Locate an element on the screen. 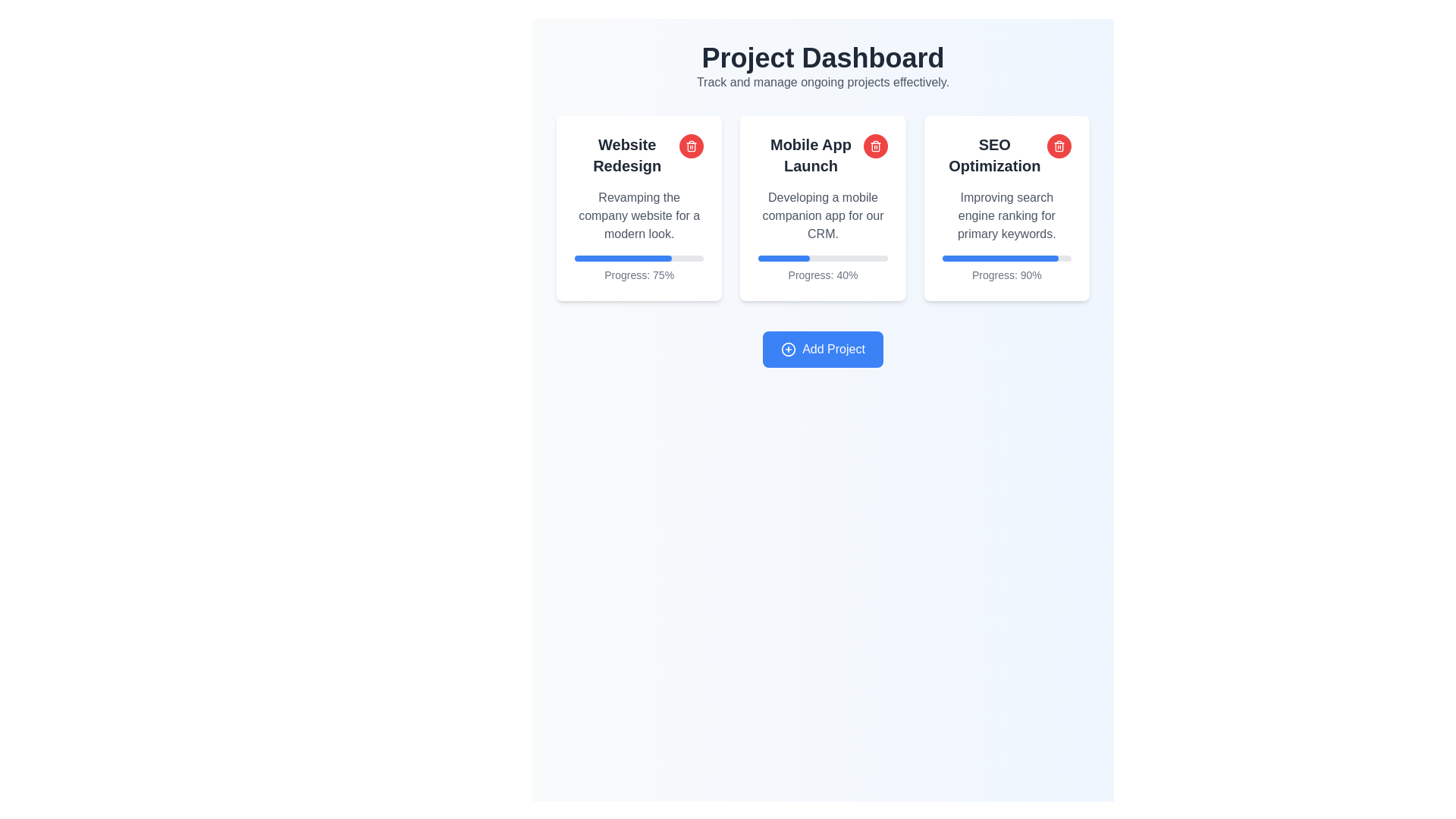  the rectangular body of the trash icon located in the top-right corner of the 'SEO Optimization' card in the dashboard is located at coordinates (1058, 147).